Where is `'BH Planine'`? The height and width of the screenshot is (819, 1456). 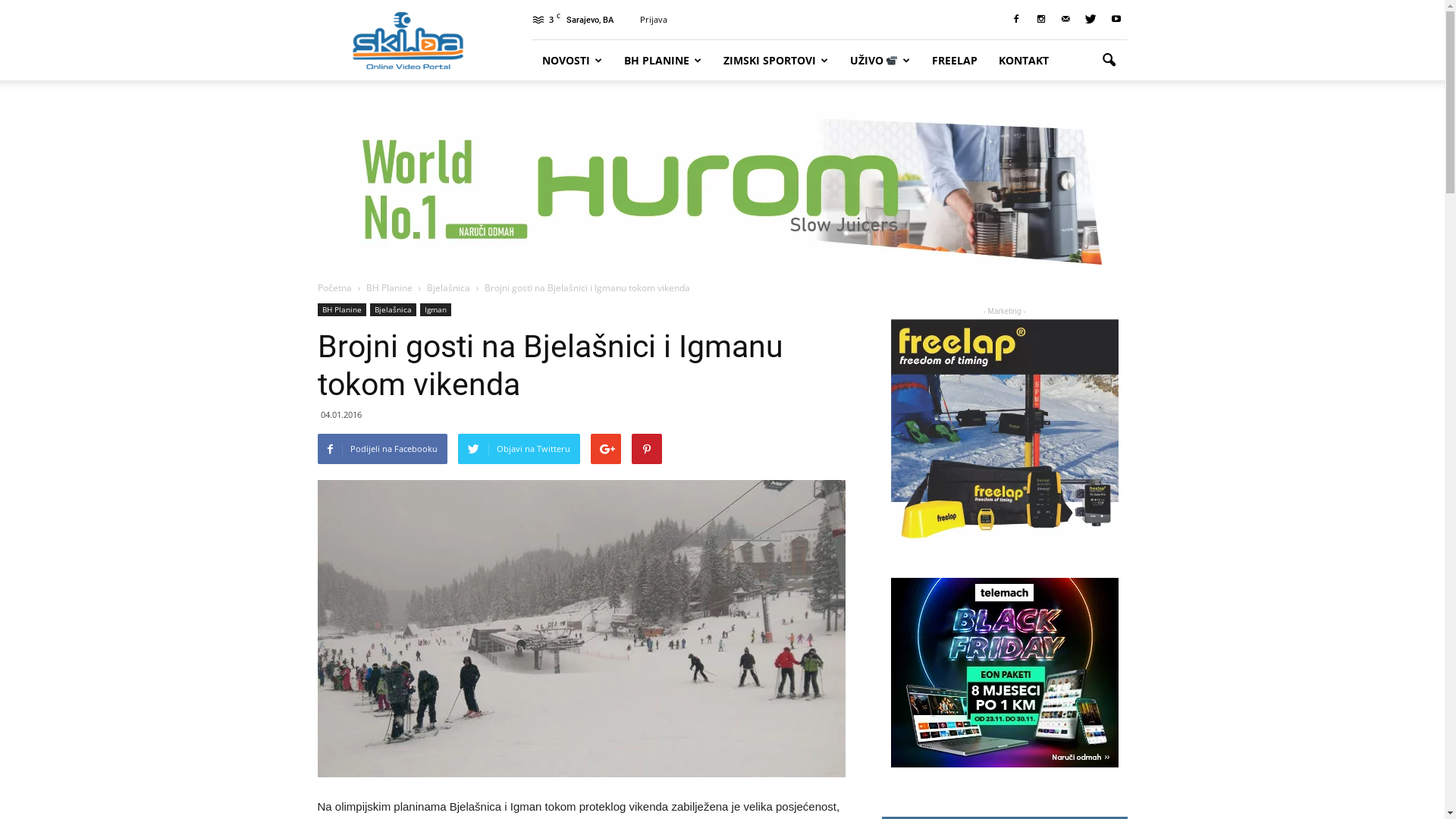 'BH Planine' is located at coordinates (389, 287).